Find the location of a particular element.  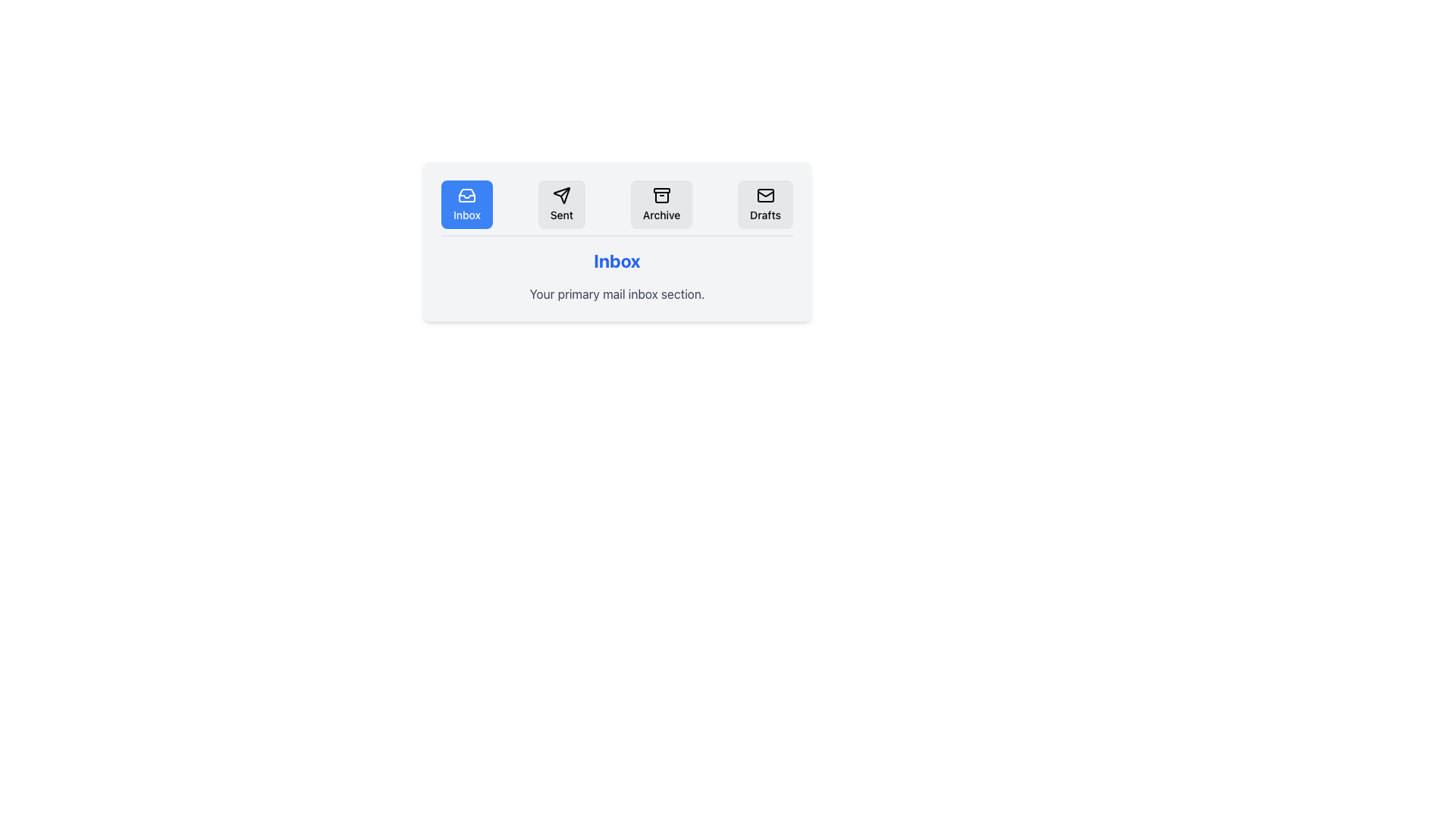

the third button from the left in a horizontal row of four buttons is located at coordinates (661, 205).